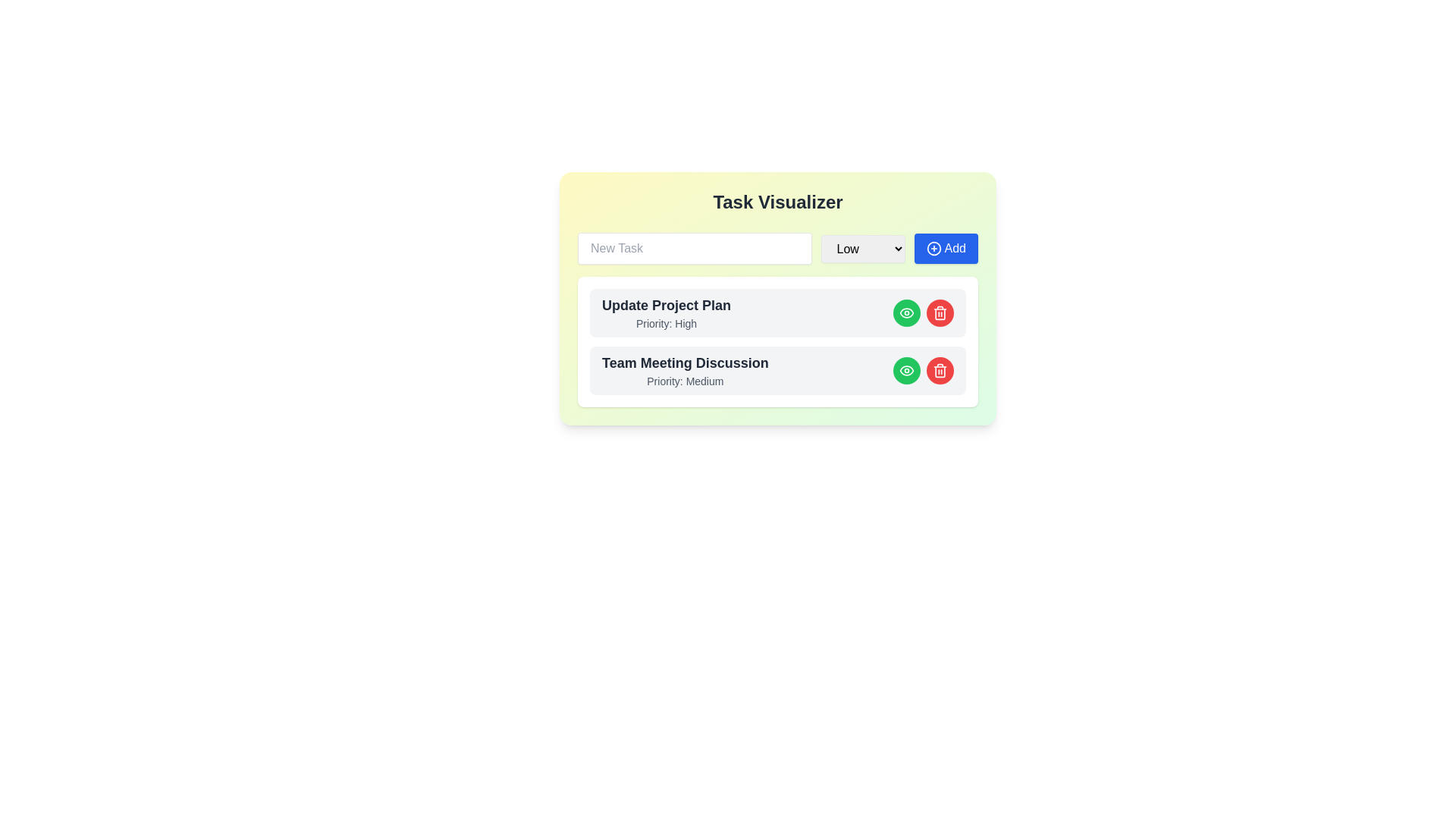  Describe the element at coordinates (666, 323) in the screenshot. I see `the text label that reads 'Priority: High', which is styled in gray and located under the main title 'Update Project Plan' in the first task element of the task list` at that location.